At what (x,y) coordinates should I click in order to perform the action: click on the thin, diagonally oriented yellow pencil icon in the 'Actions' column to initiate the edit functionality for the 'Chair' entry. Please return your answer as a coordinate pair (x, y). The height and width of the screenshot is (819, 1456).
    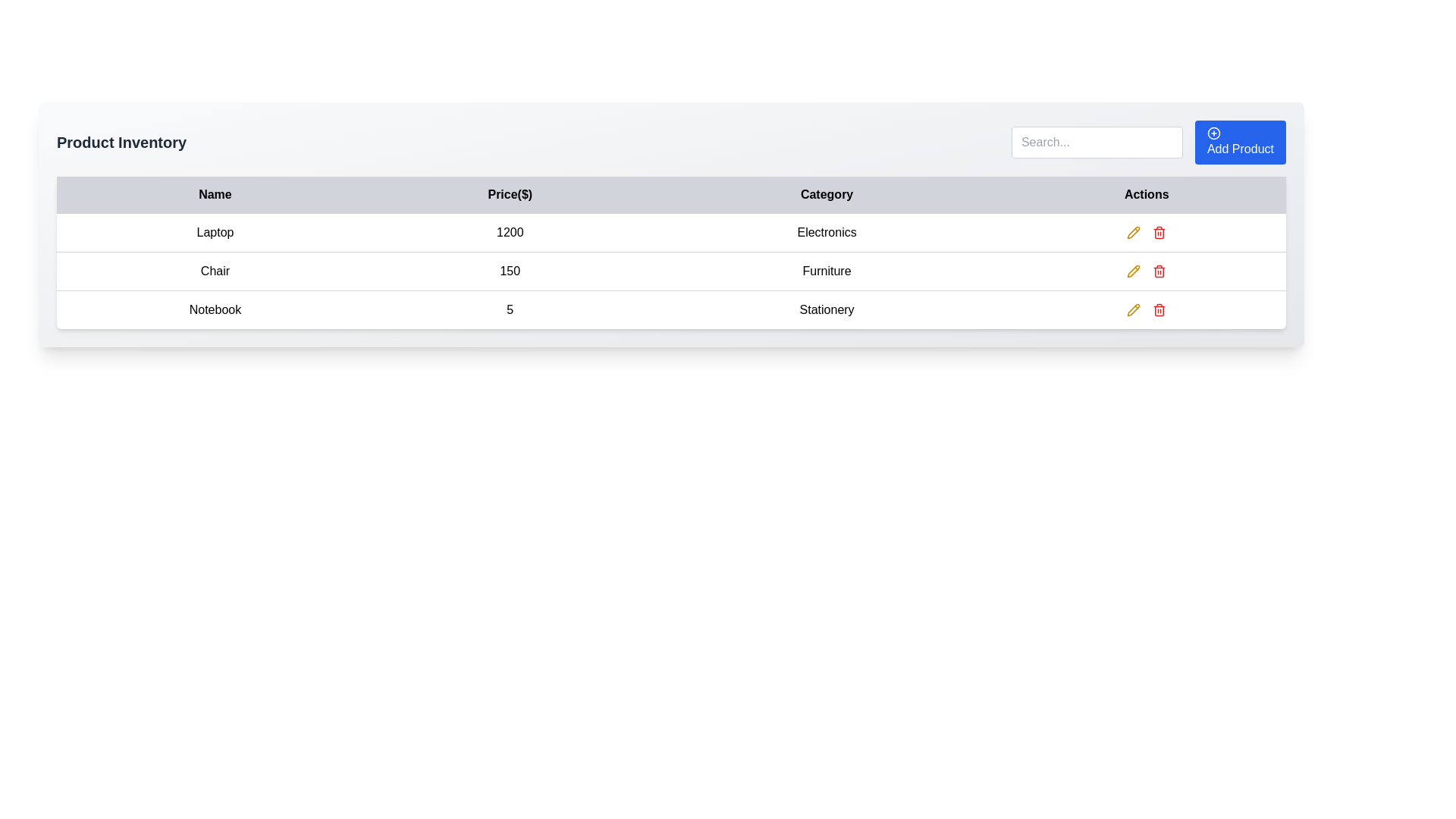
    Looking at the image, I should click on (1133, 231).